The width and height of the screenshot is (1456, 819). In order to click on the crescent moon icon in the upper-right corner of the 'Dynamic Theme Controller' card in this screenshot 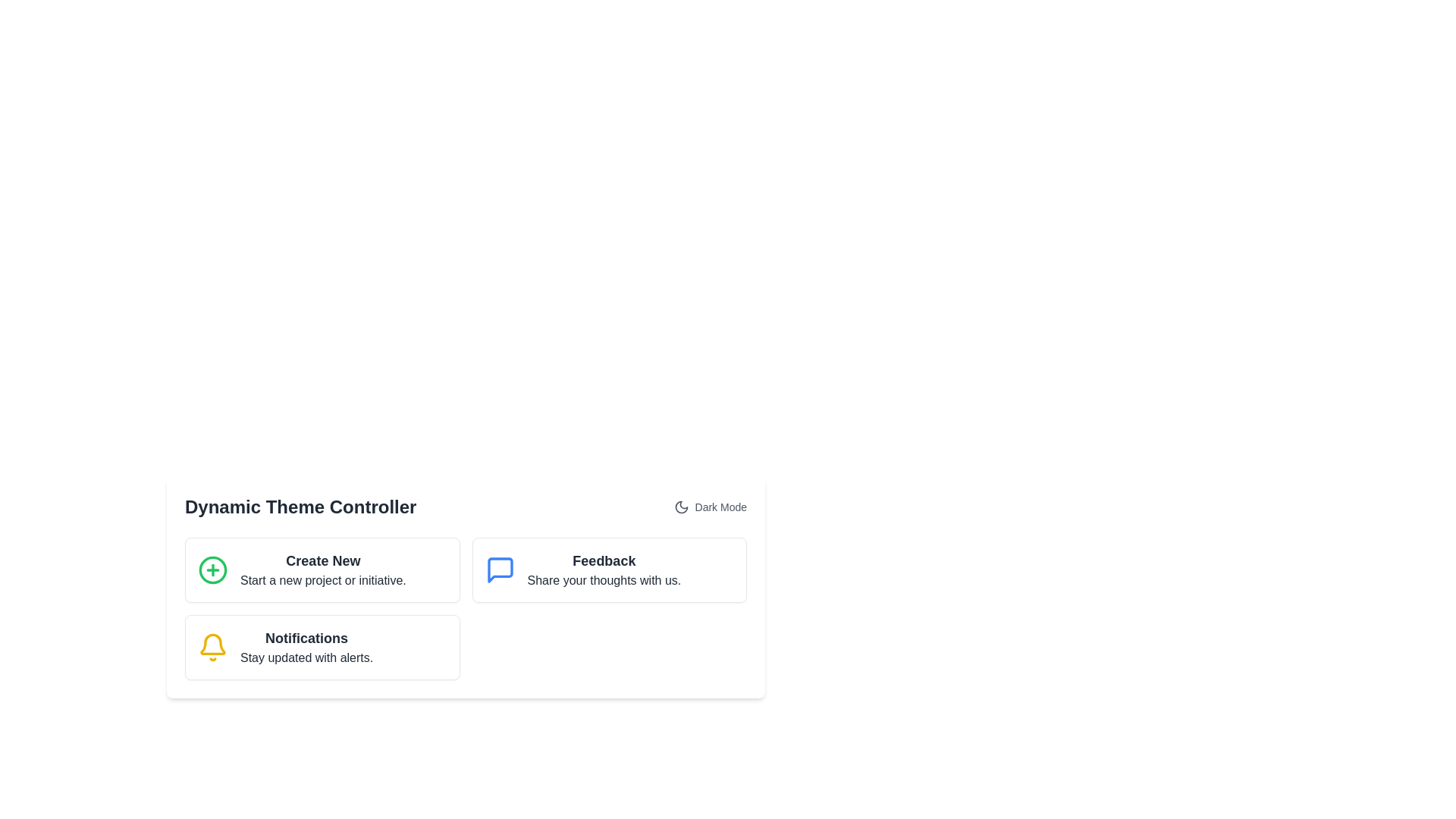, I will do `click(680, 507)`.